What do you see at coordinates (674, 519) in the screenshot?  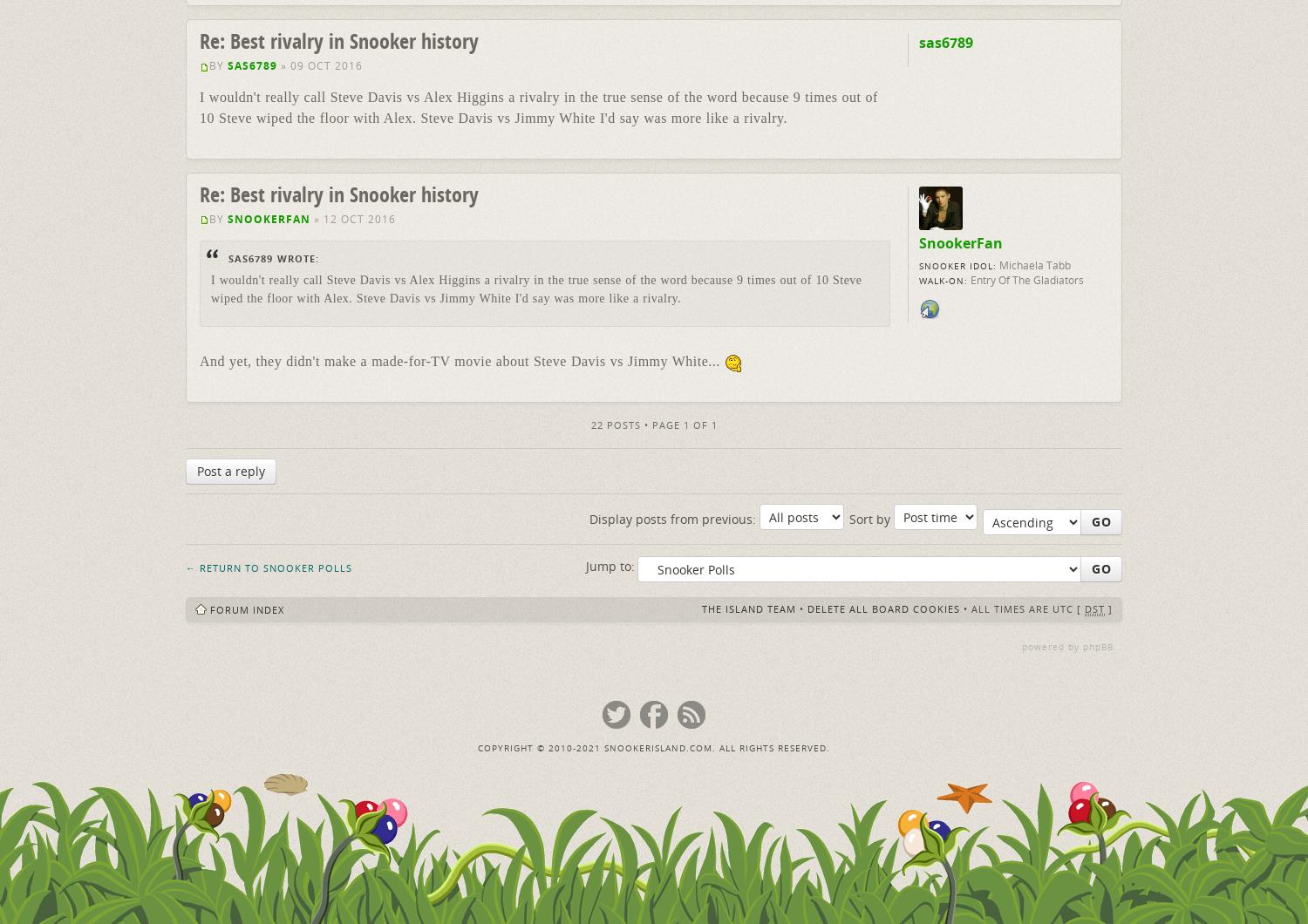 I see `'Display posts from previous:'` at bounding box center [674, 519].